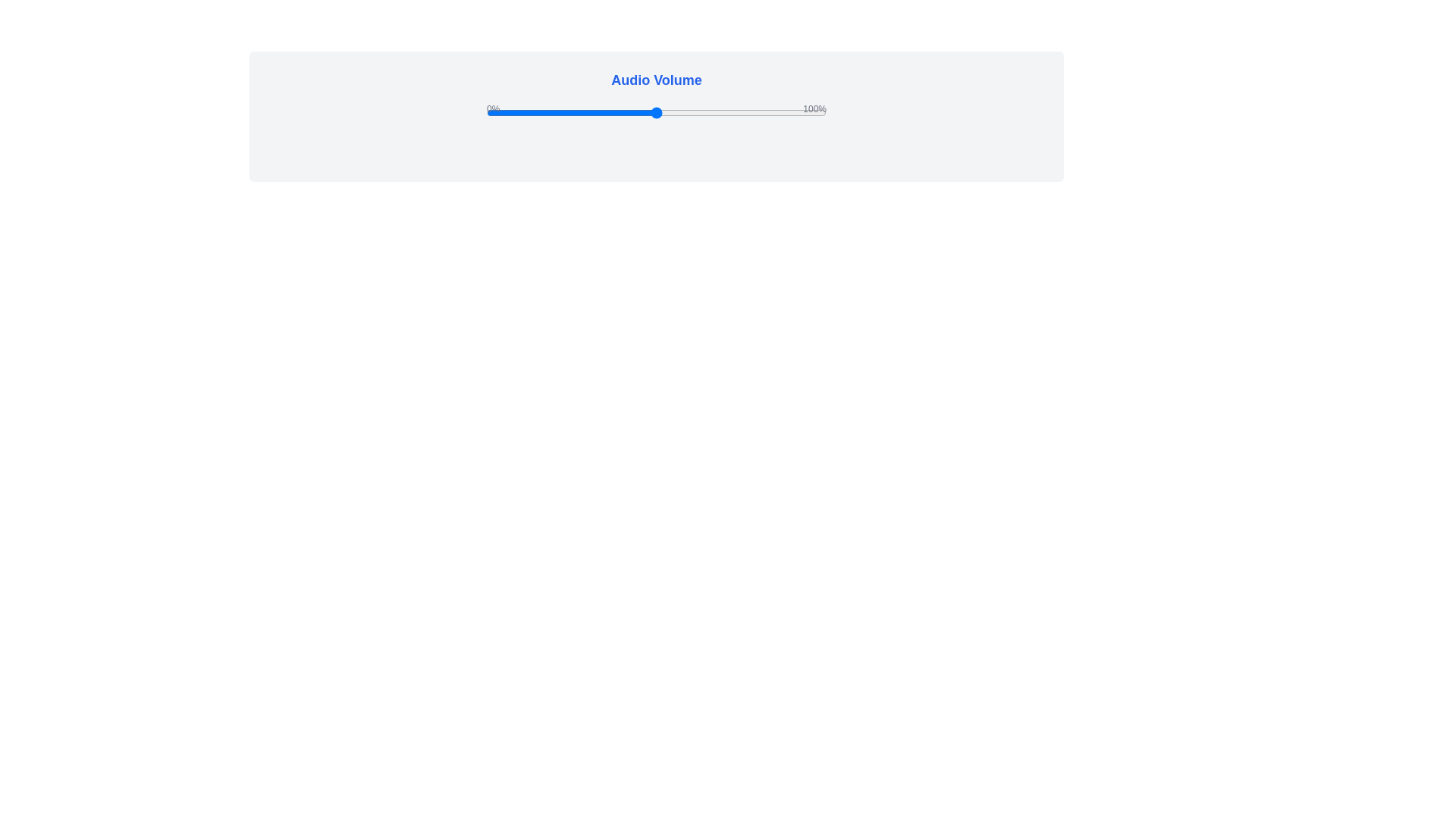 The height and width of the screenshot is (819, 1456). I want to click on the volume, so click(786, 112).